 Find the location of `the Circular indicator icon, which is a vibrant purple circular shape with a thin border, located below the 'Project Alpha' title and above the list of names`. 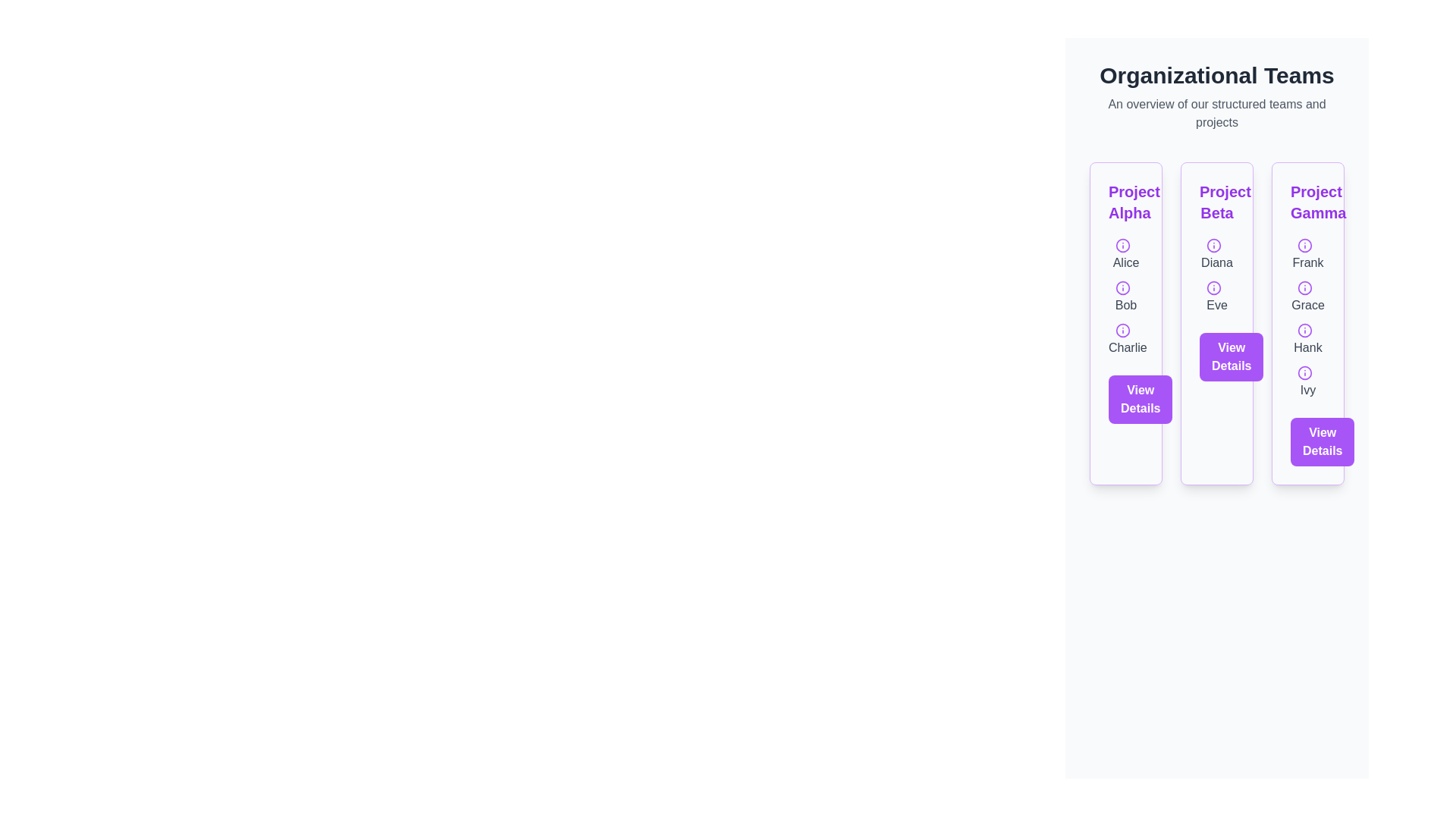

the Circular indicator icon, which is a vibrant purple circular shape with a thin border, located below the 'Project Alpha' title and above the list of names is located at coordinates (1123, 244).